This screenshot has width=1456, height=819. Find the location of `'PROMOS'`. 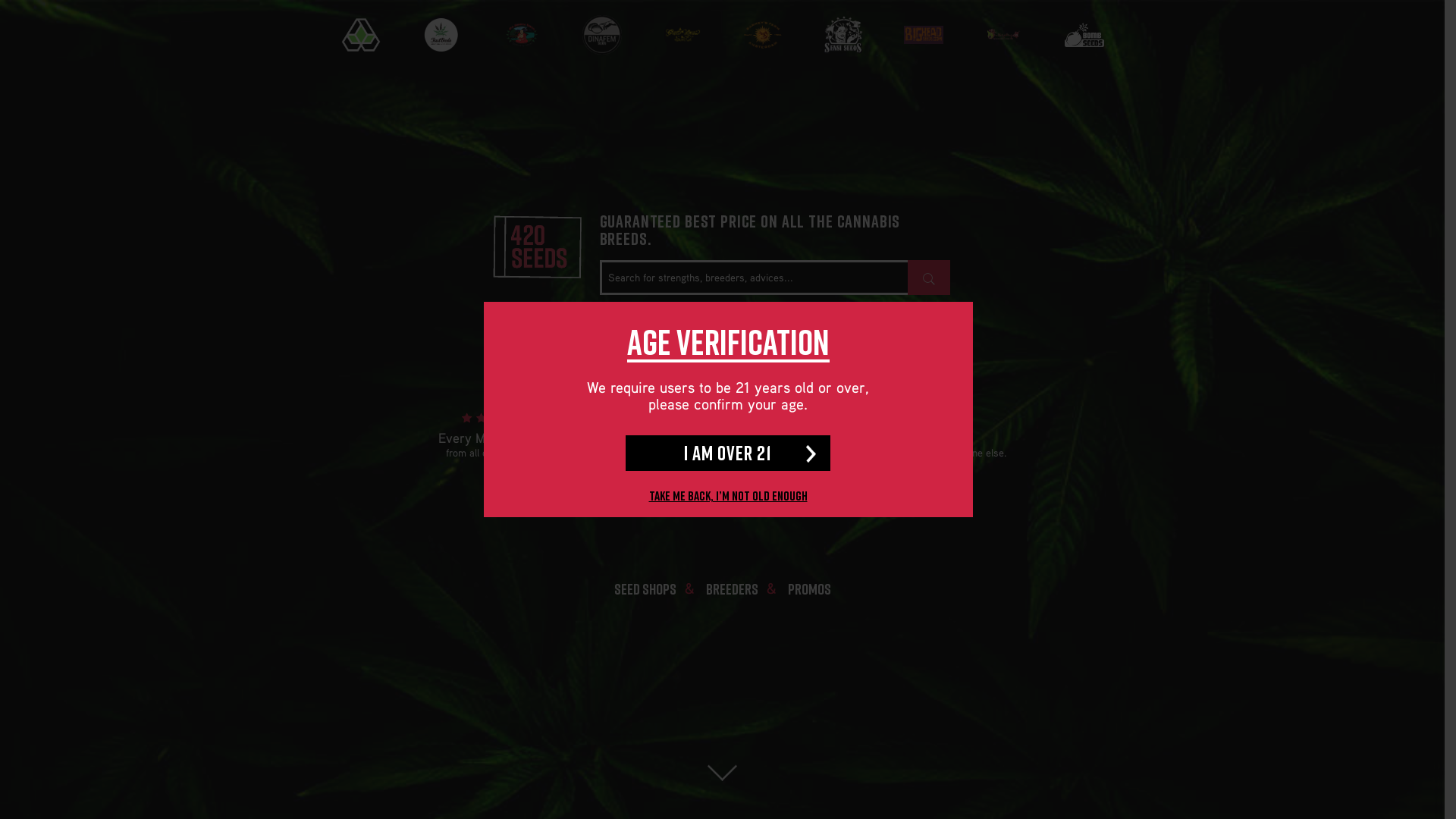

'PROMOS' is located at coordinates (808, 587).